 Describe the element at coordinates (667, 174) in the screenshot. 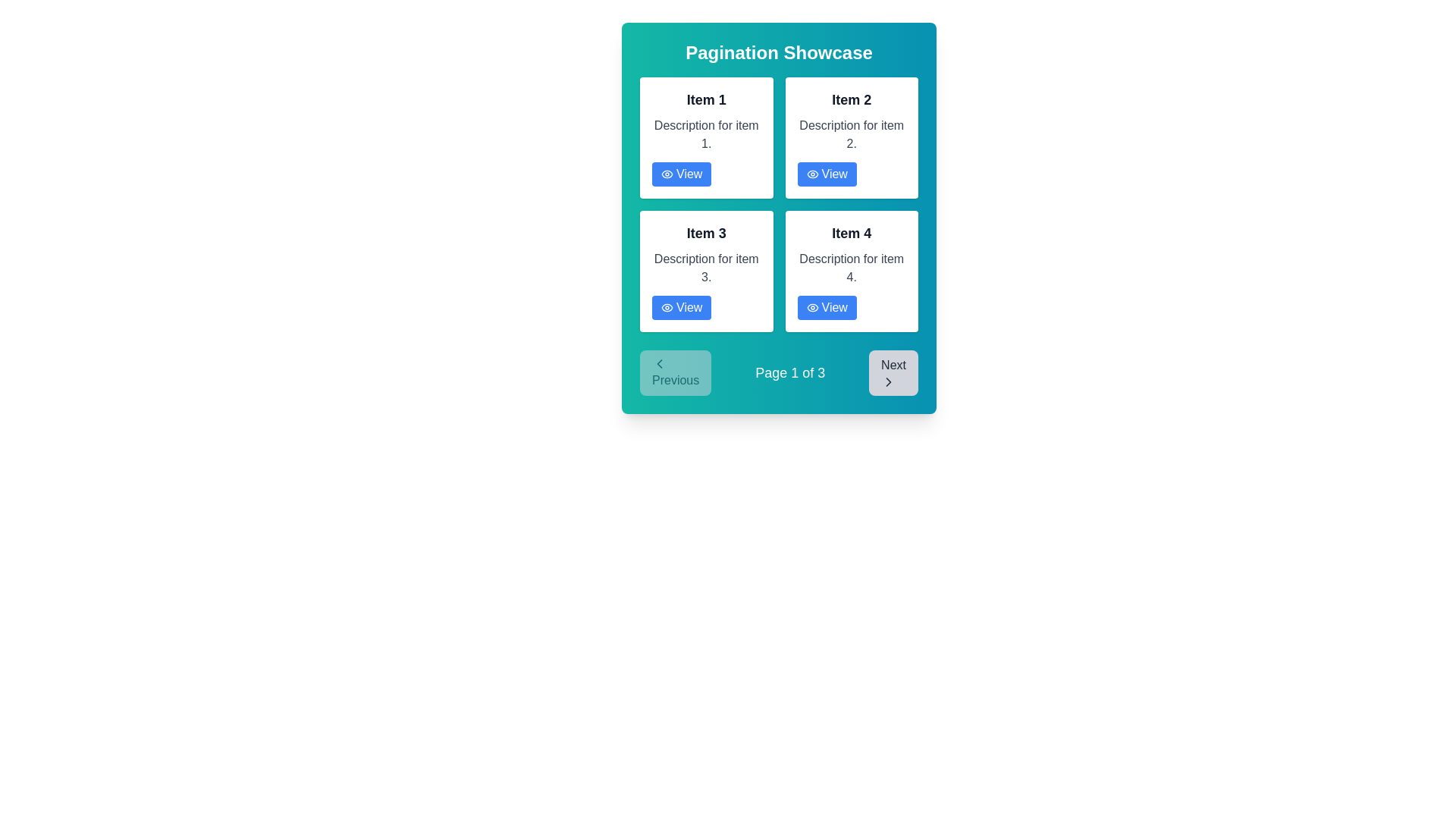

I see `the circular eye icon located within the blue 'View' button under 'Item 1' in the first column of the grid layout` at that location.